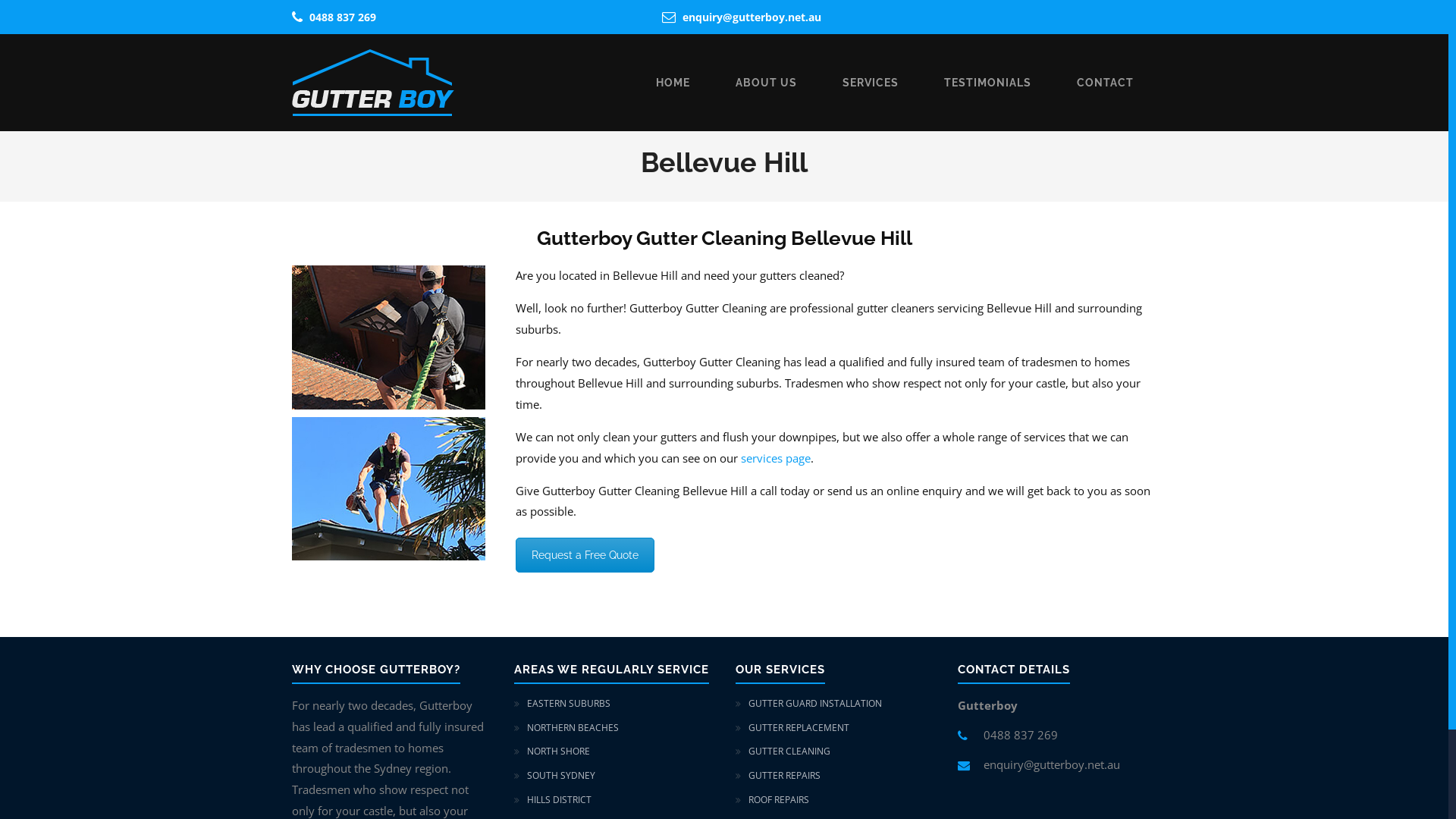 Image resolution: width=1456 pixels, height=819 pixels. Describe the element at coordinates (571, 726) in the screenshot. I see `'NORTHERN BEACHES'` at that location.